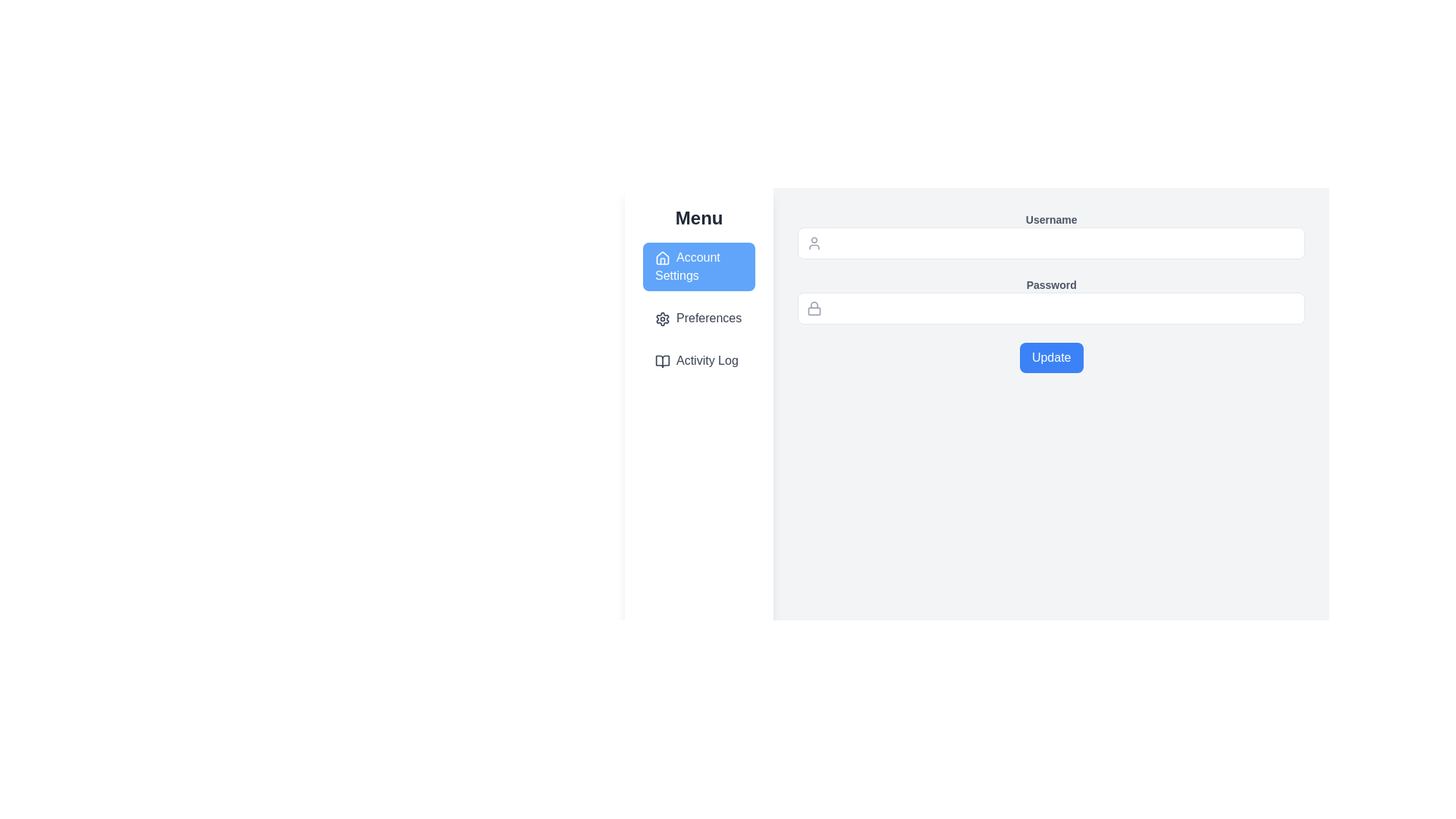  I want to click on the house icon in the sidebar menu that represents 'Account Settings', located at the top of the menu options, so click(662, 256).